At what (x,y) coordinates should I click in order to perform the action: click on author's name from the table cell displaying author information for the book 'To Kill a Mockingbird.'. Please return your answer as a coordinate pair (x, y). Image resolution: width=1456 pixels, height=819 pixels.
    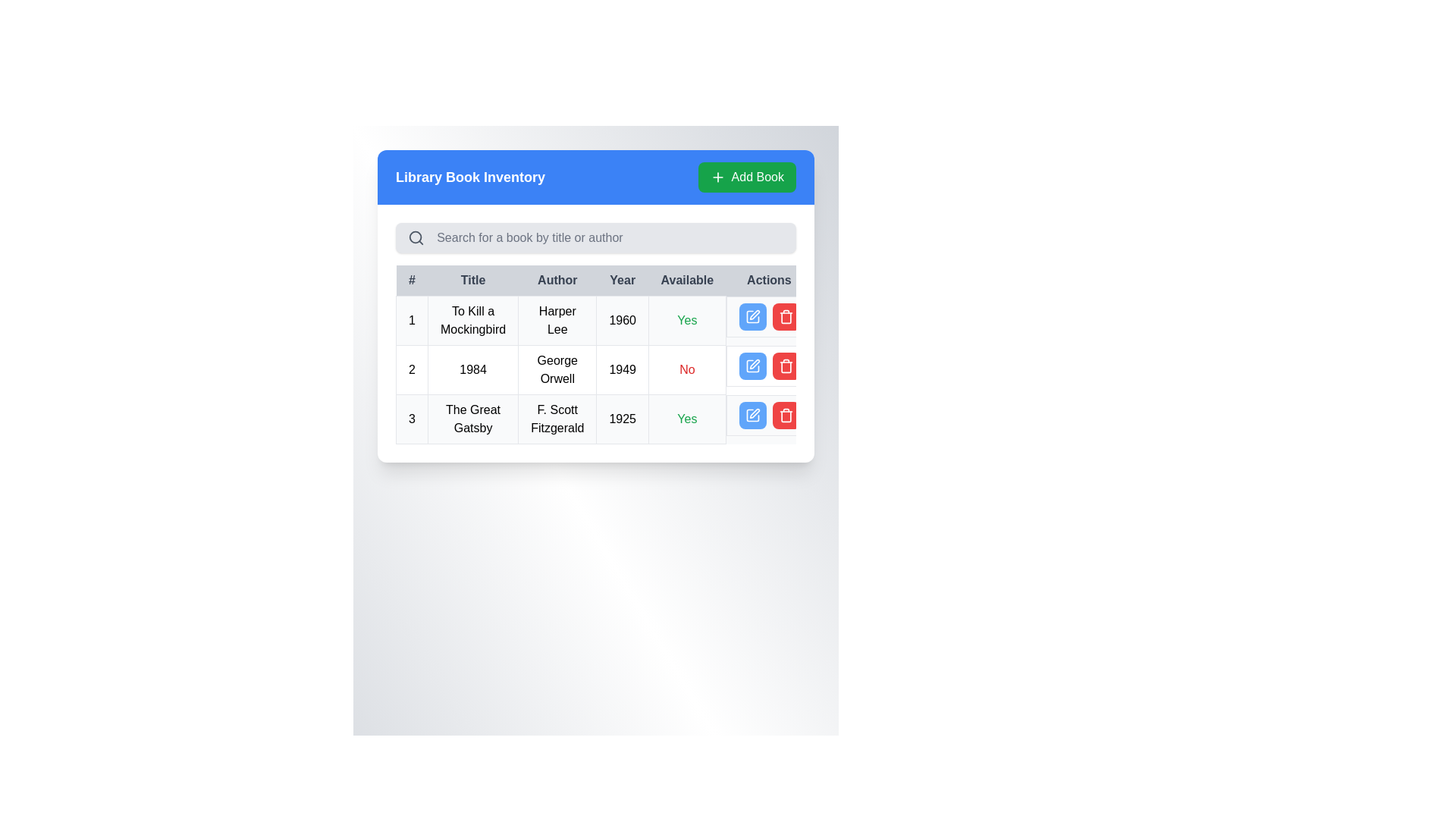
    Looking at the image, I should click on (557, 320).